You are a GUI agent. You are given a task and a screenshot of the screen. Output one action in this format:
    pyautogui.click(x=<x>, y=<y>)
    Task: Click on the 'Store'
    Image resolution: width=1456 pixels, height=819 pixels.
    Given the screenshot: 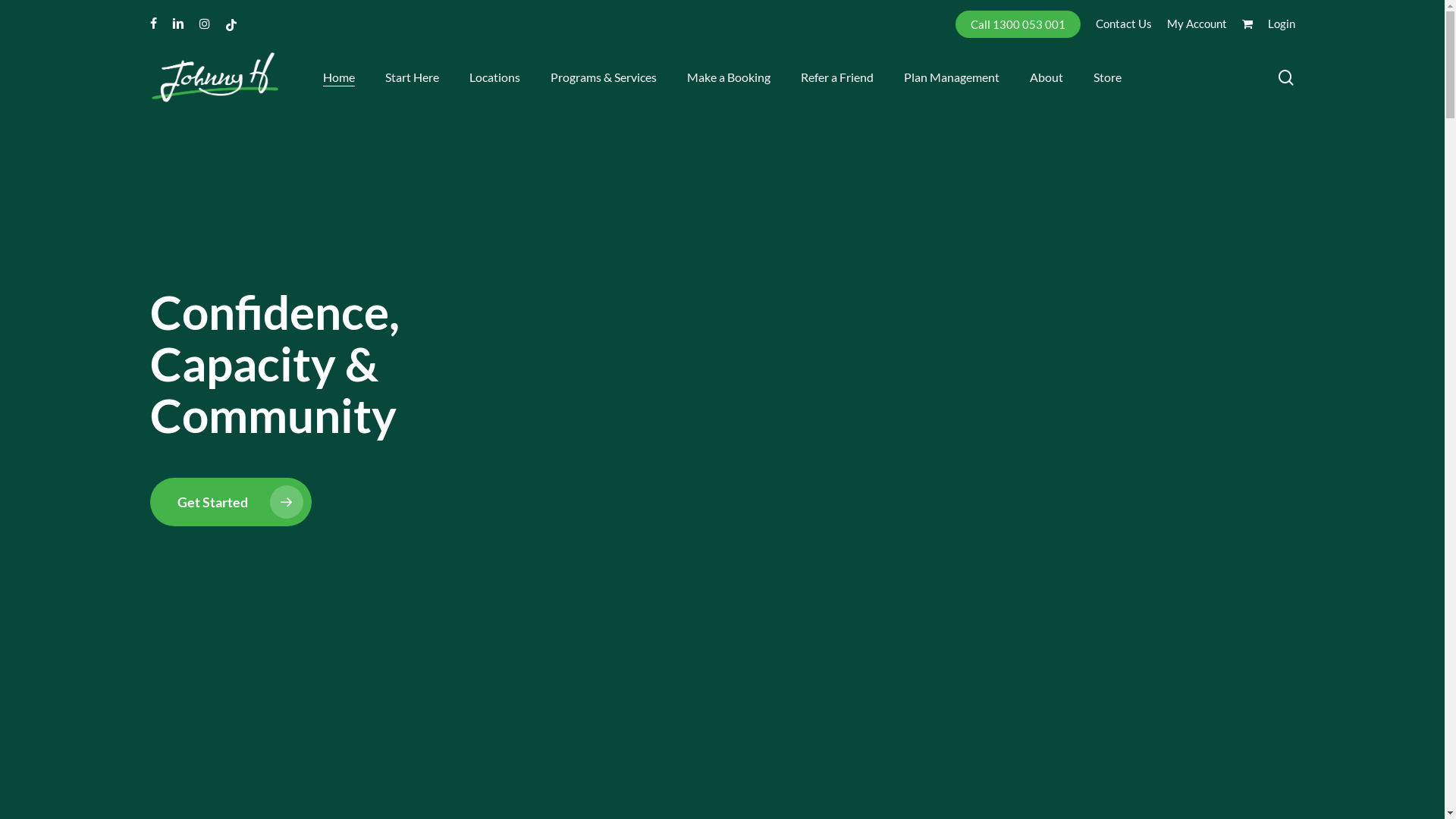 What is the action you would take?
    pyautogui.click(x=1107, y=77)
    